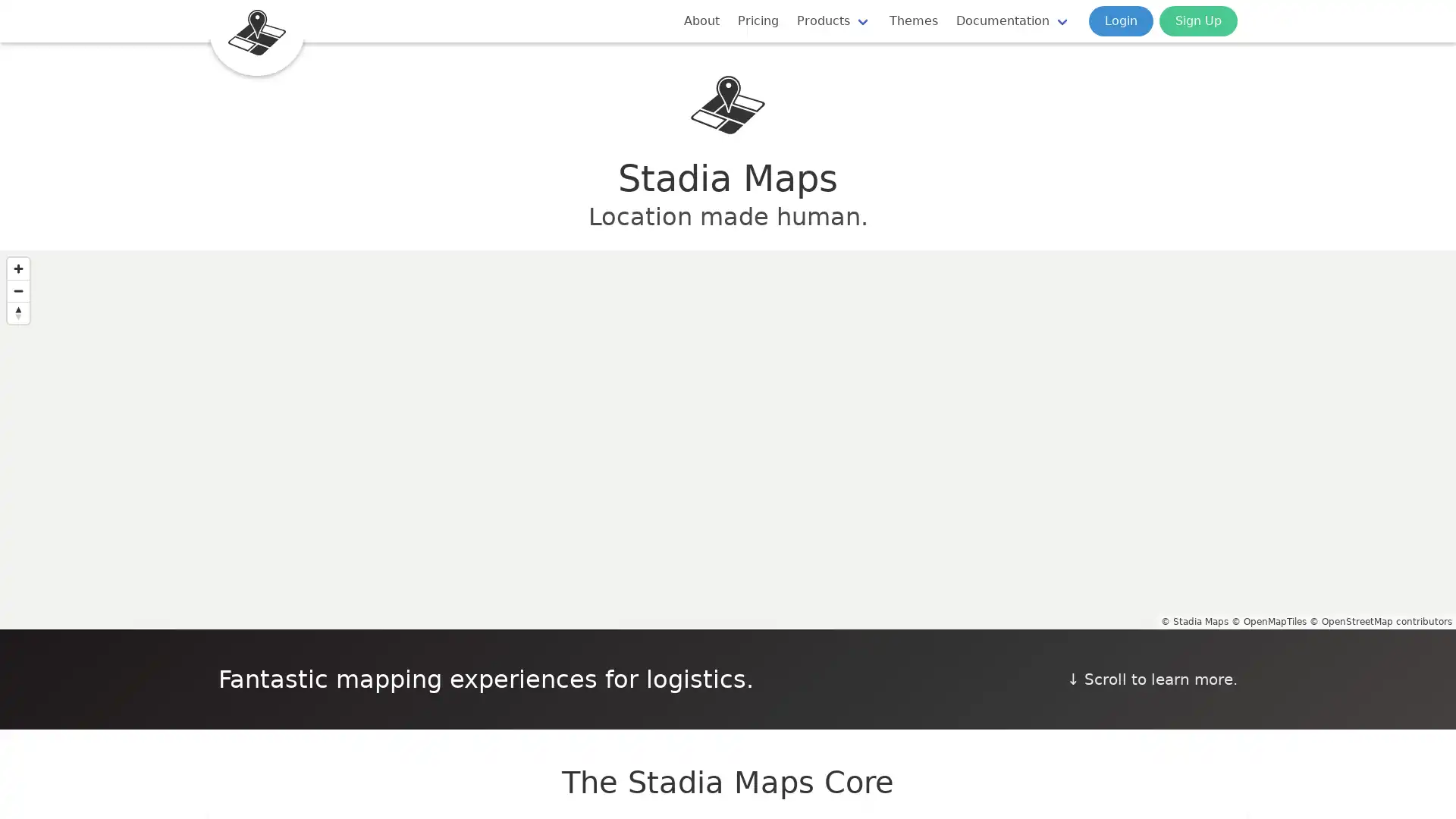  I want to click on Zoom in, so click(18, 268).